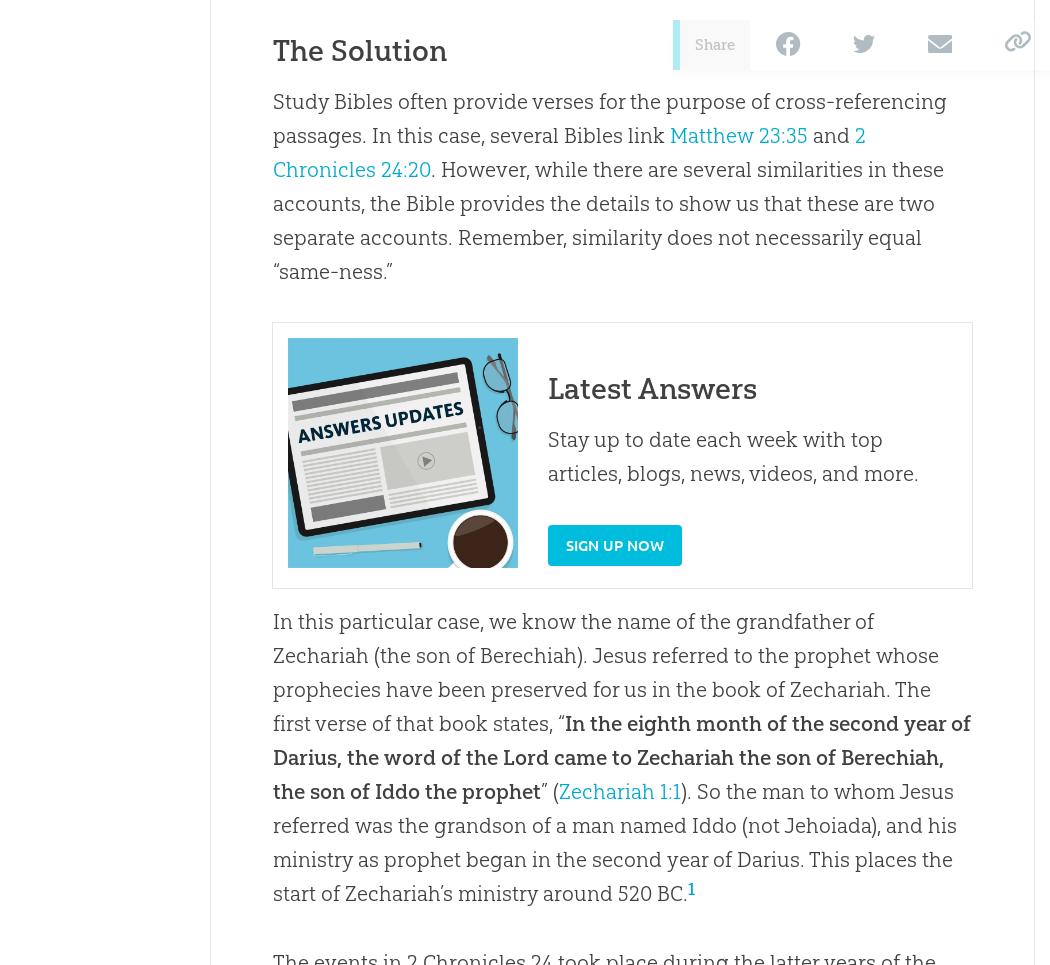  Describe the element at coordinates (614, 542) in the screenshot. I see `'Sign Up Now'` at that location.